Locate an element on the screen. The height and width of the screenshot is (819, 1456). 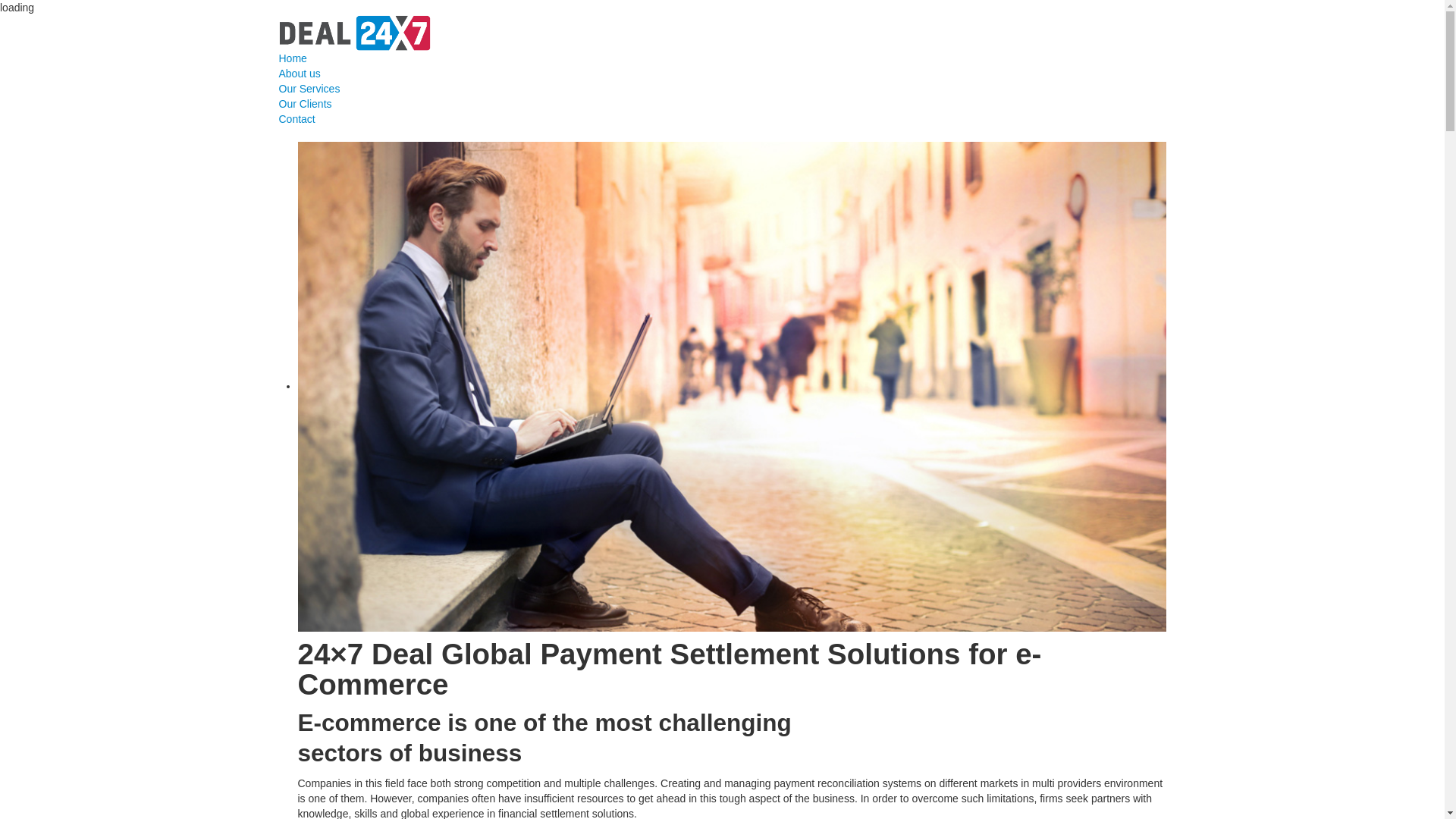
'About us' is located at coordinates (279, 73).